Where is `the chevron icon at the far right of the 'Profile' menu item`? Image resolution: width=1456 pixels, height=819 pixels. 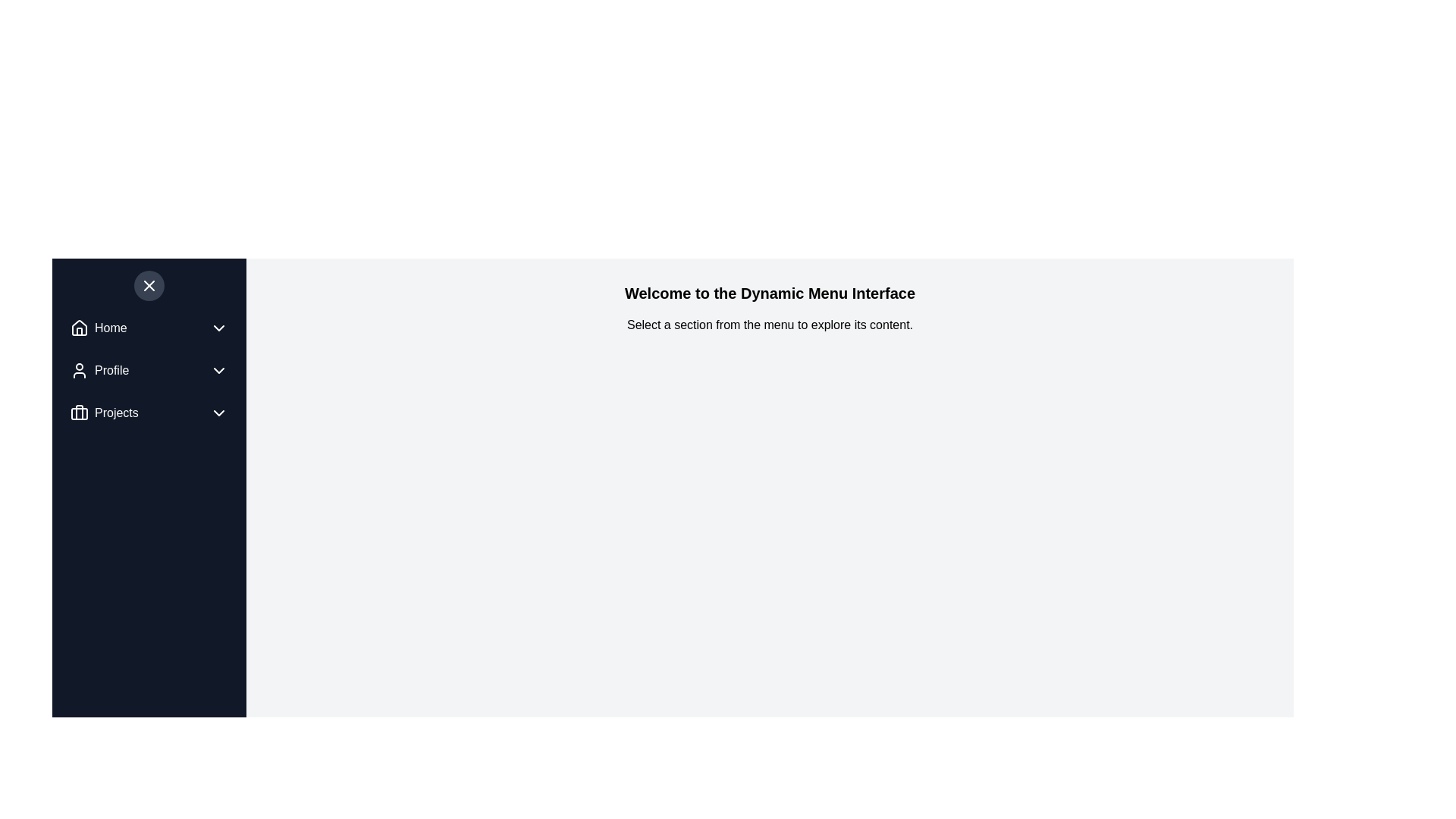
the chevron icon at the far right of the 'Profile' menu item is located at coordinates (218, 371).